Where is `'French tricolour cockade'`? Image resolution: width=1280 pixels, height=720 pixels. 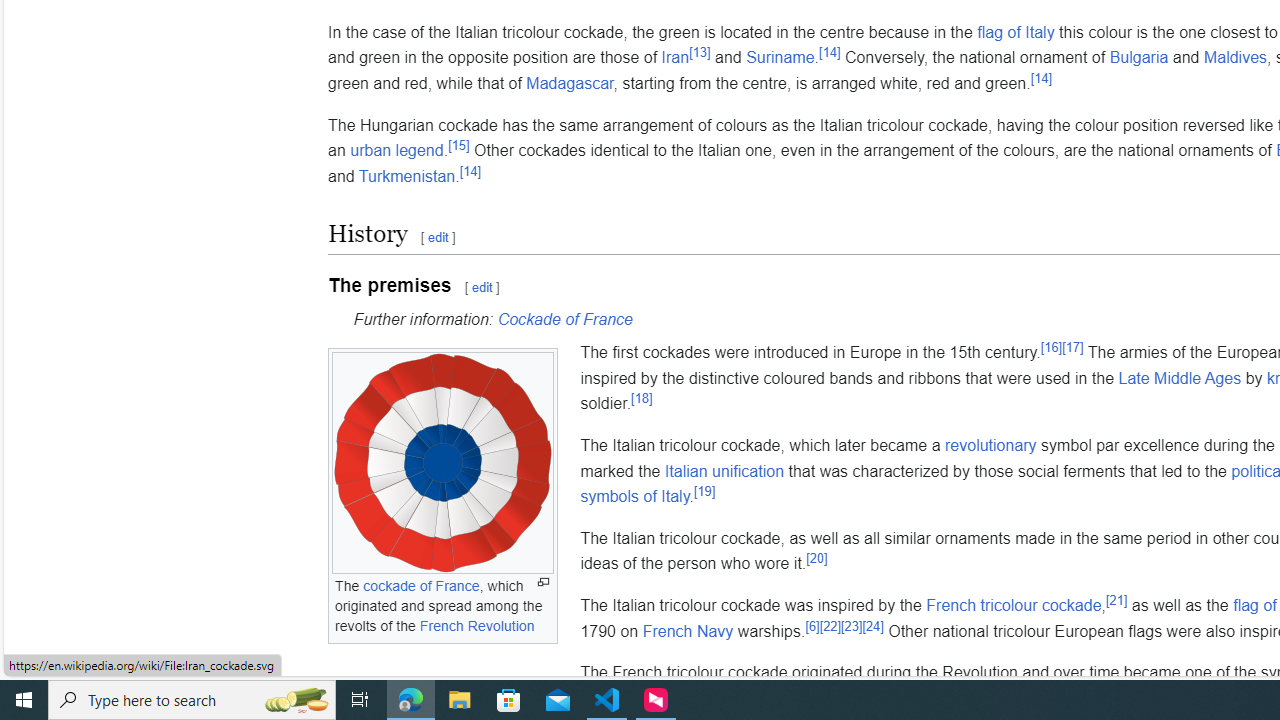 'French tricolour cockade' is located at coordinates (1013, 604).